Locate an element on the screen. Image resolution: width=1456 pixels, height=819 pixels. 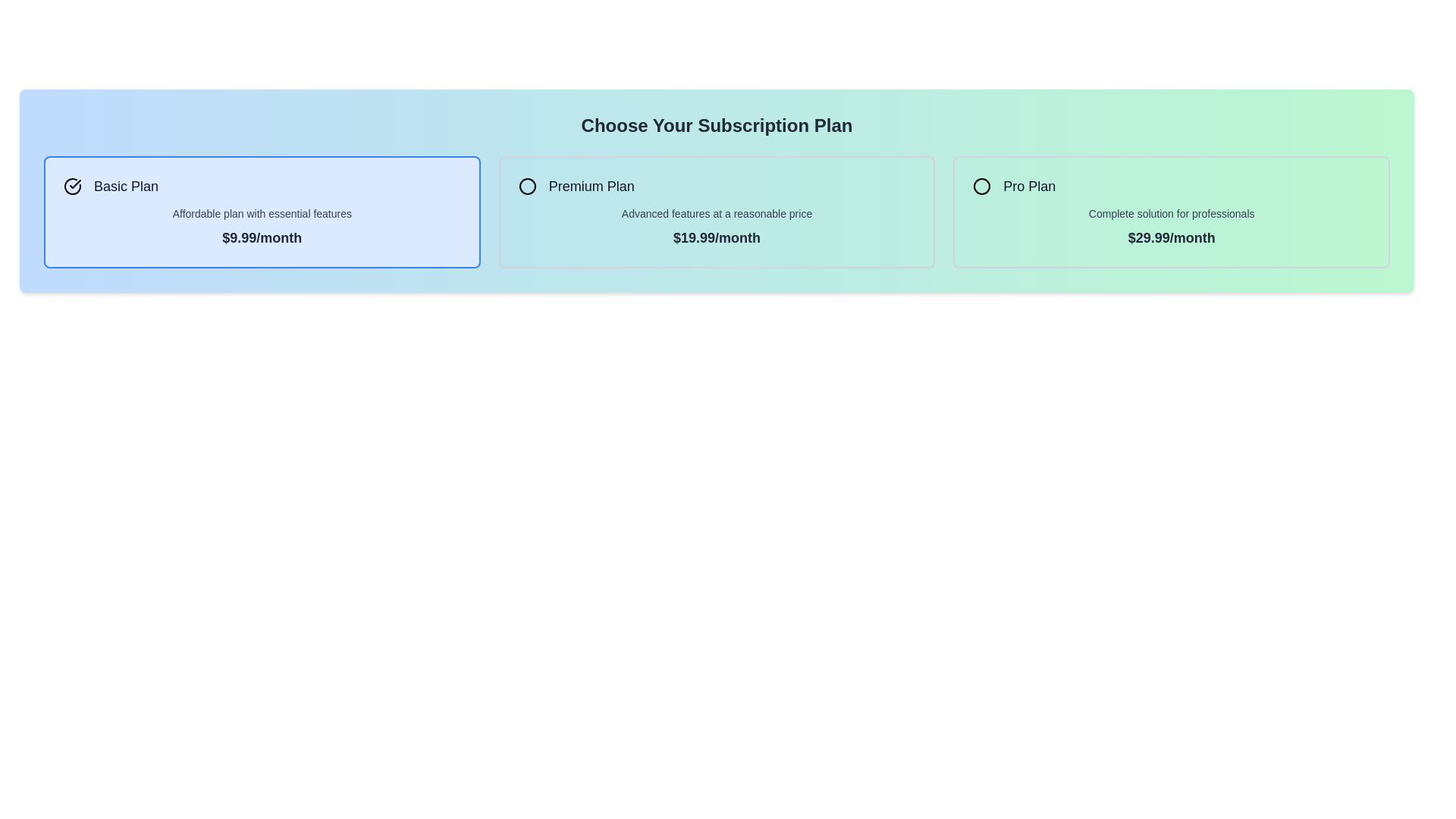
the circular checkbox styled as a selection indicator is located at coordinates (527, 186).